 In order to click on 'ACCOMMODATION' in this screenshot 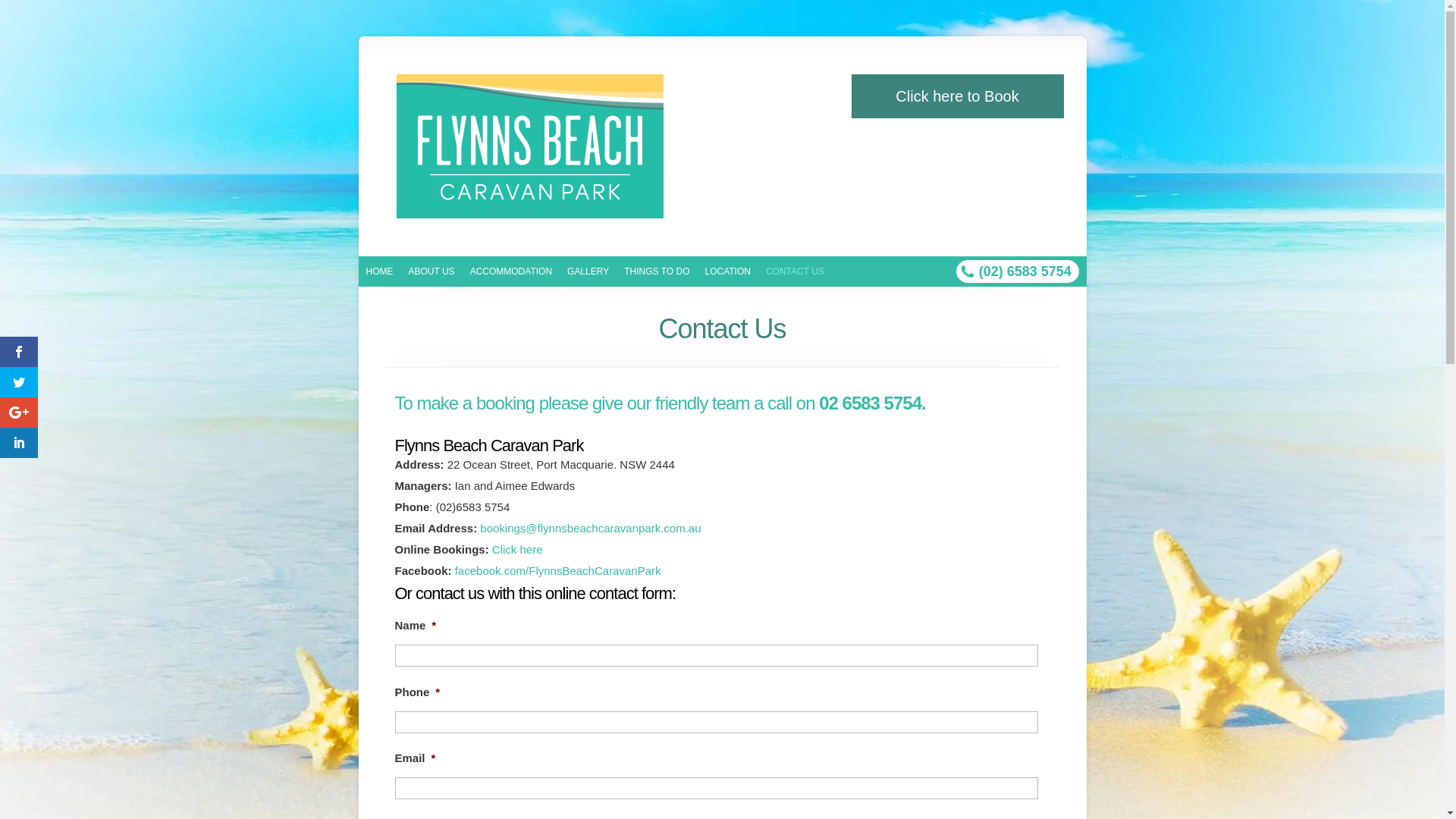, I will do `click(510, 271)`.